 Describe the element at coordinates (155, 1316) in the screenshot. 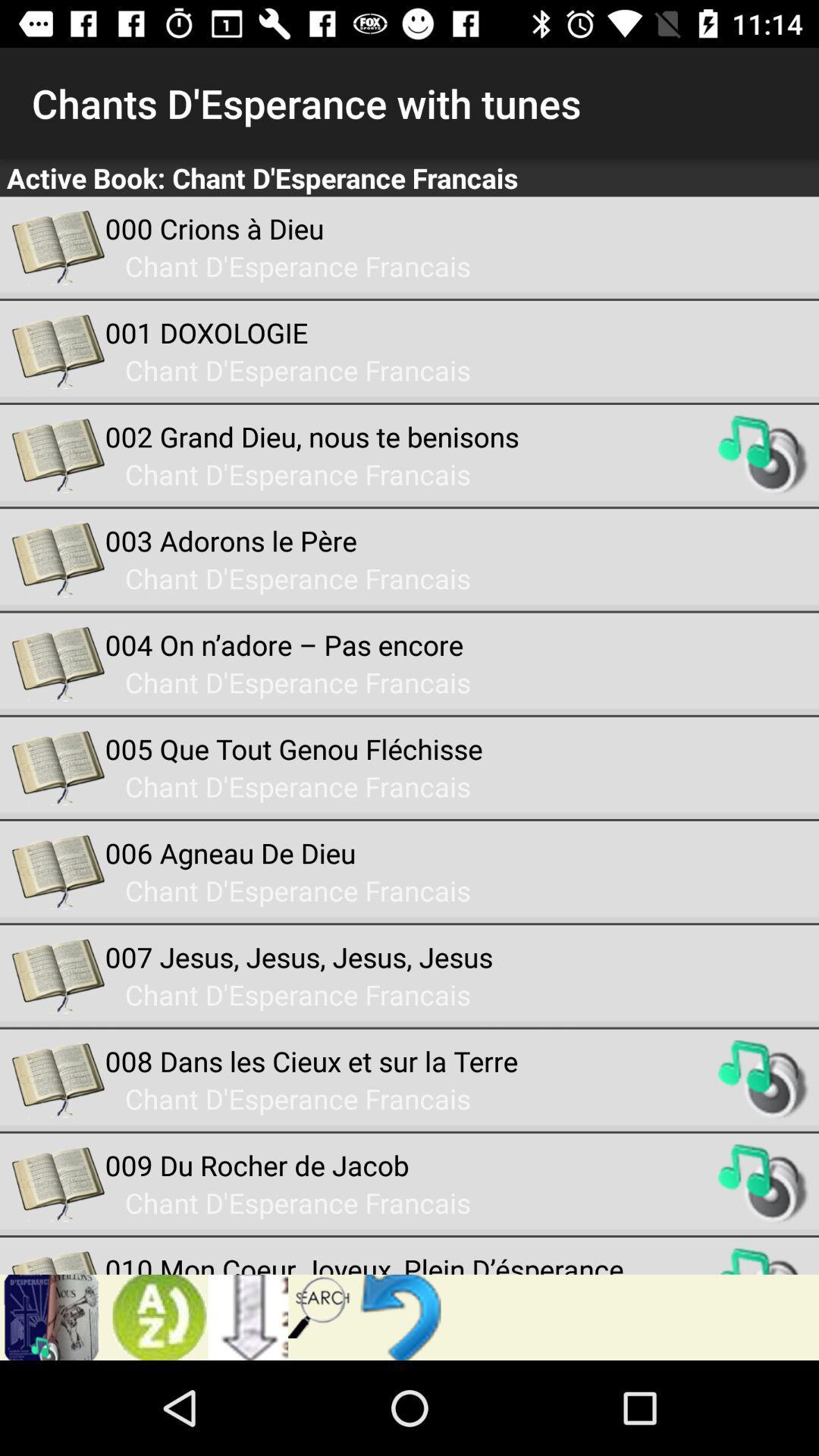

I see `the avatar icon` at that location.